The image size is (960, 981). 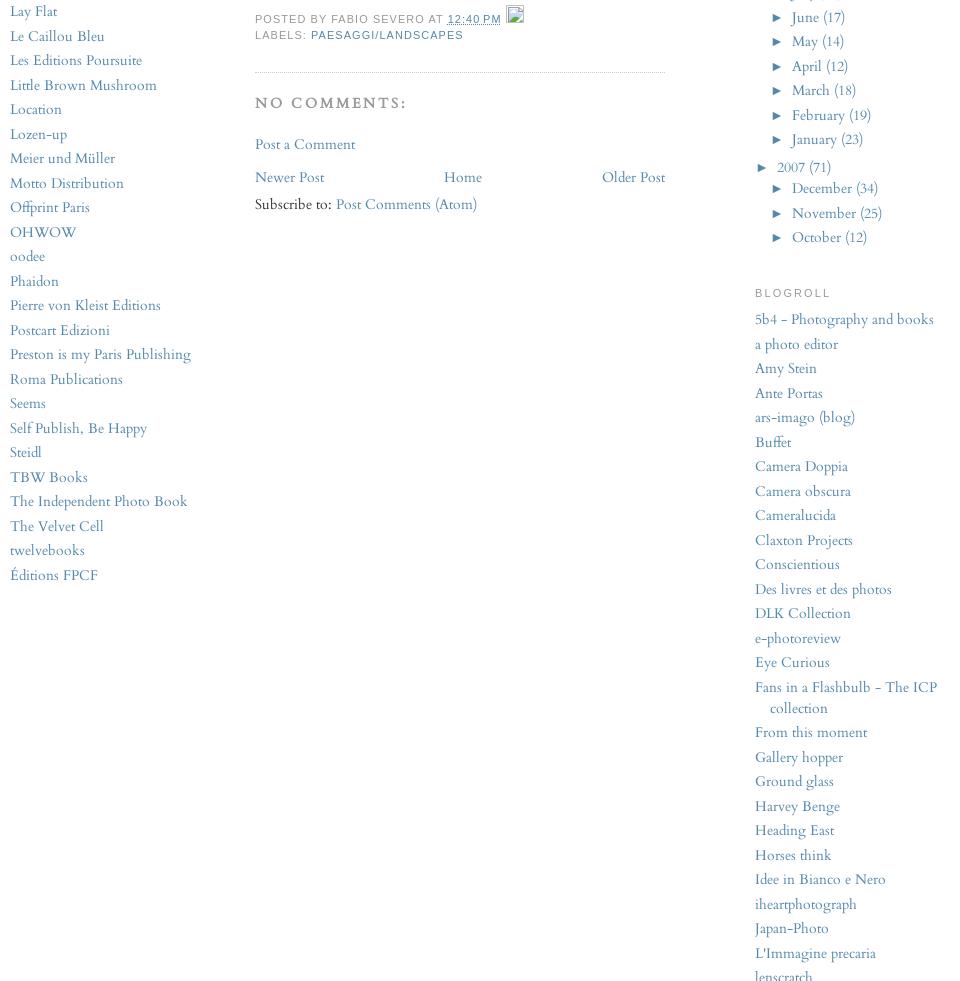 I want to click on 'e-photoreview', so click(x=798, y=637).